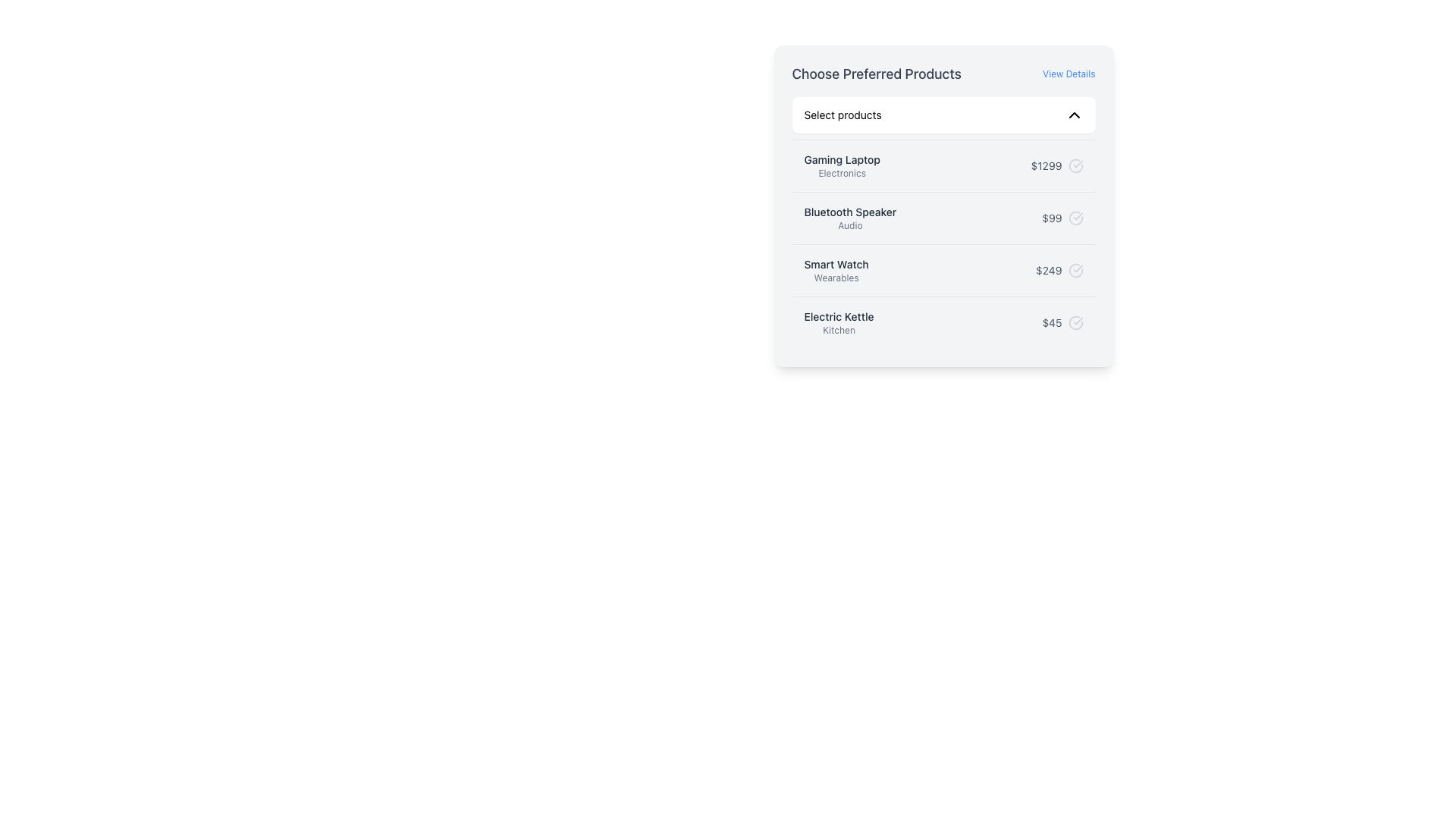  What do you see at coordinates (838, 322) in the screenshot?
I see `text displayed in the lower part of the card titled 'Choose Preferred Products' for the 'Electric Kettle' in the 'Kitchen' category, located above the price information of '$45'` at bounding box center [838, 322].